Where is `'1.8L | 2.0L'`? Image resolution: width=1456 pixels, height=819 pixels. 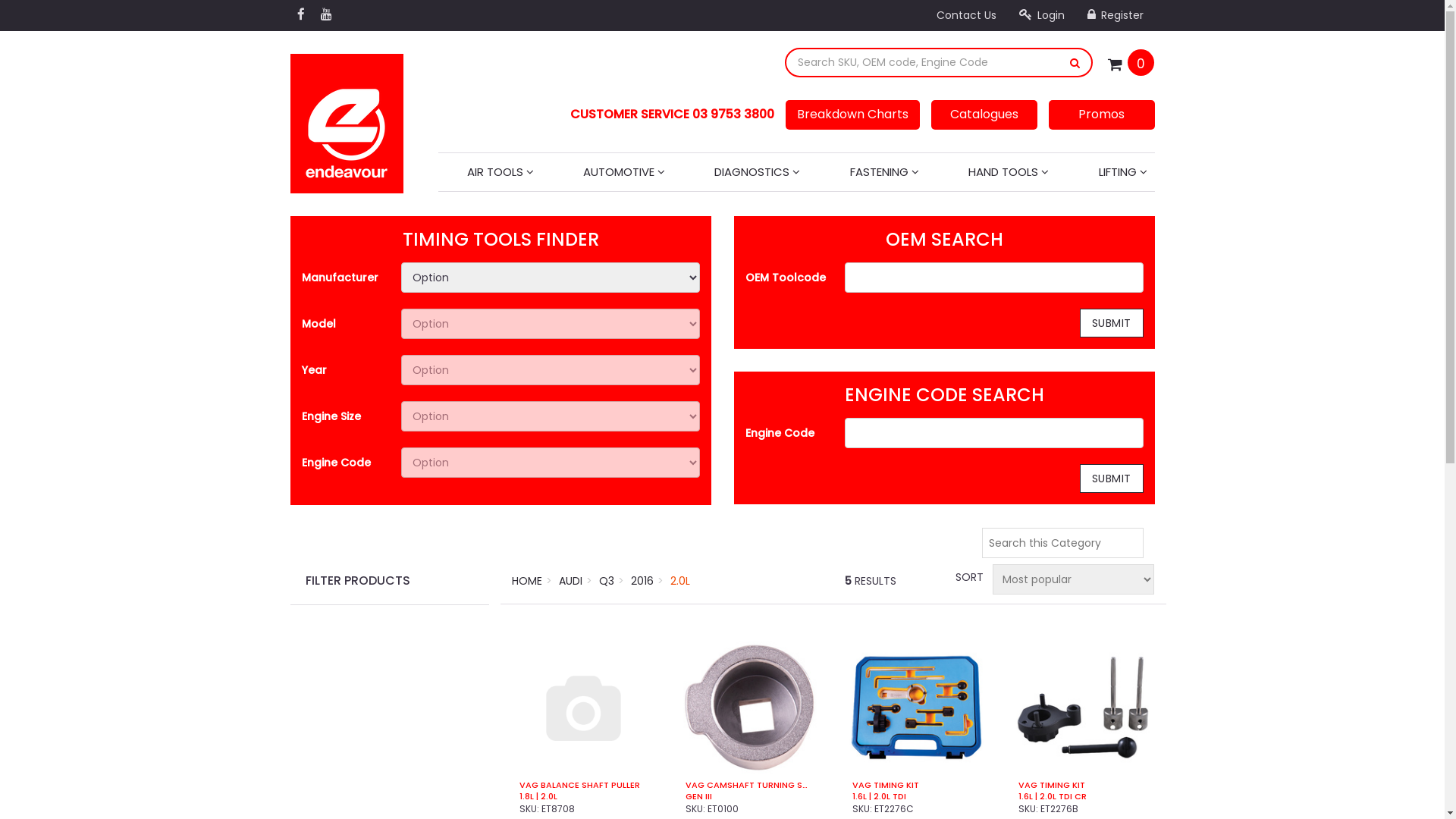 '1.8L | 2.0L' is located at coordinates (582, 795).